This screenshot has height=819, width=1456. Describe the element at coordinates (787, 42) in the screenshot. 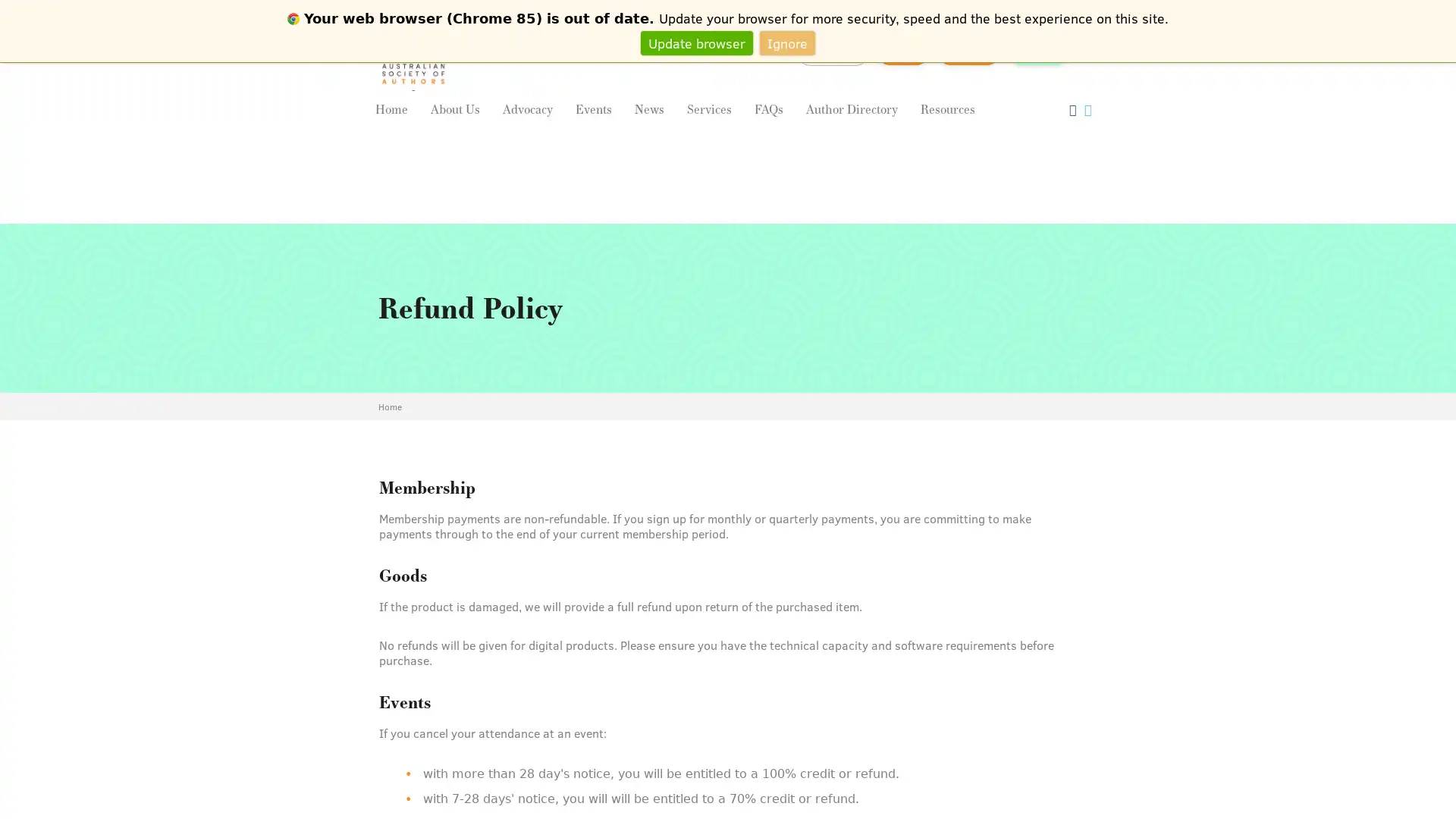

I see `Ignore` at that location.